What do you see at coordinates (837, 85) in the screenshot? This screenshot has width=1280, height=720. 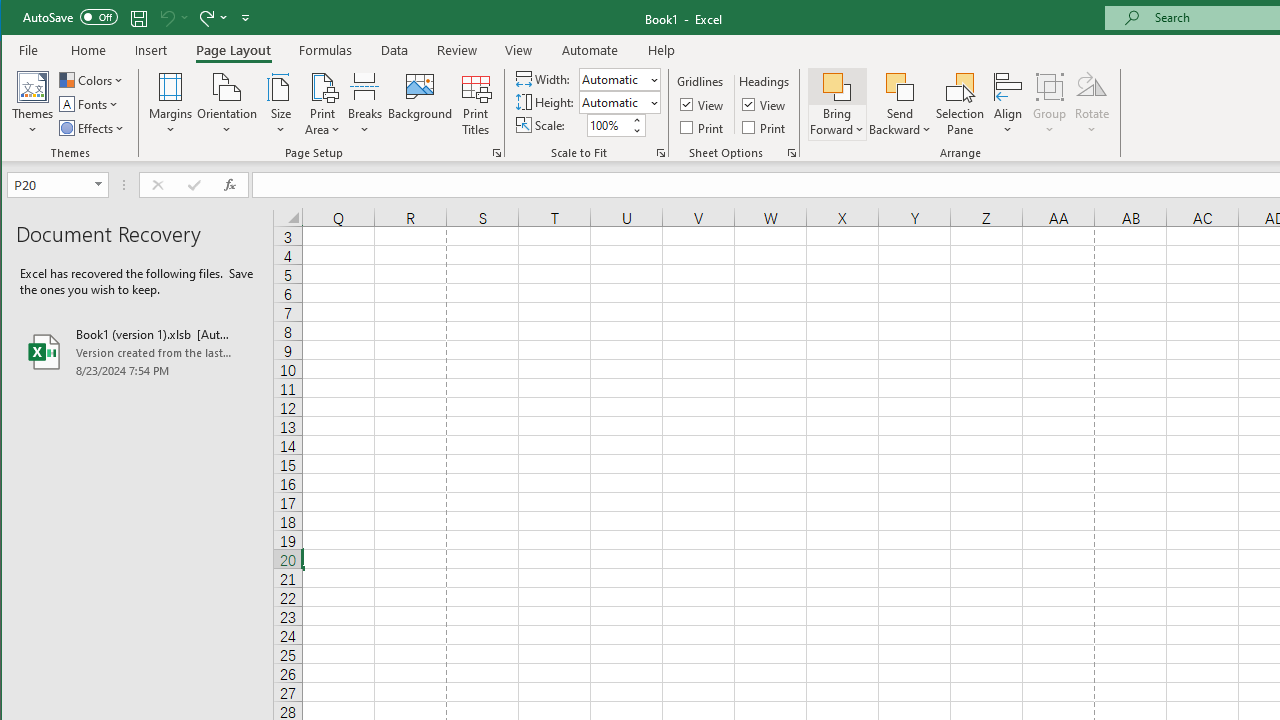 I see `'Bring Forward'` at bounding box center [837, 85].